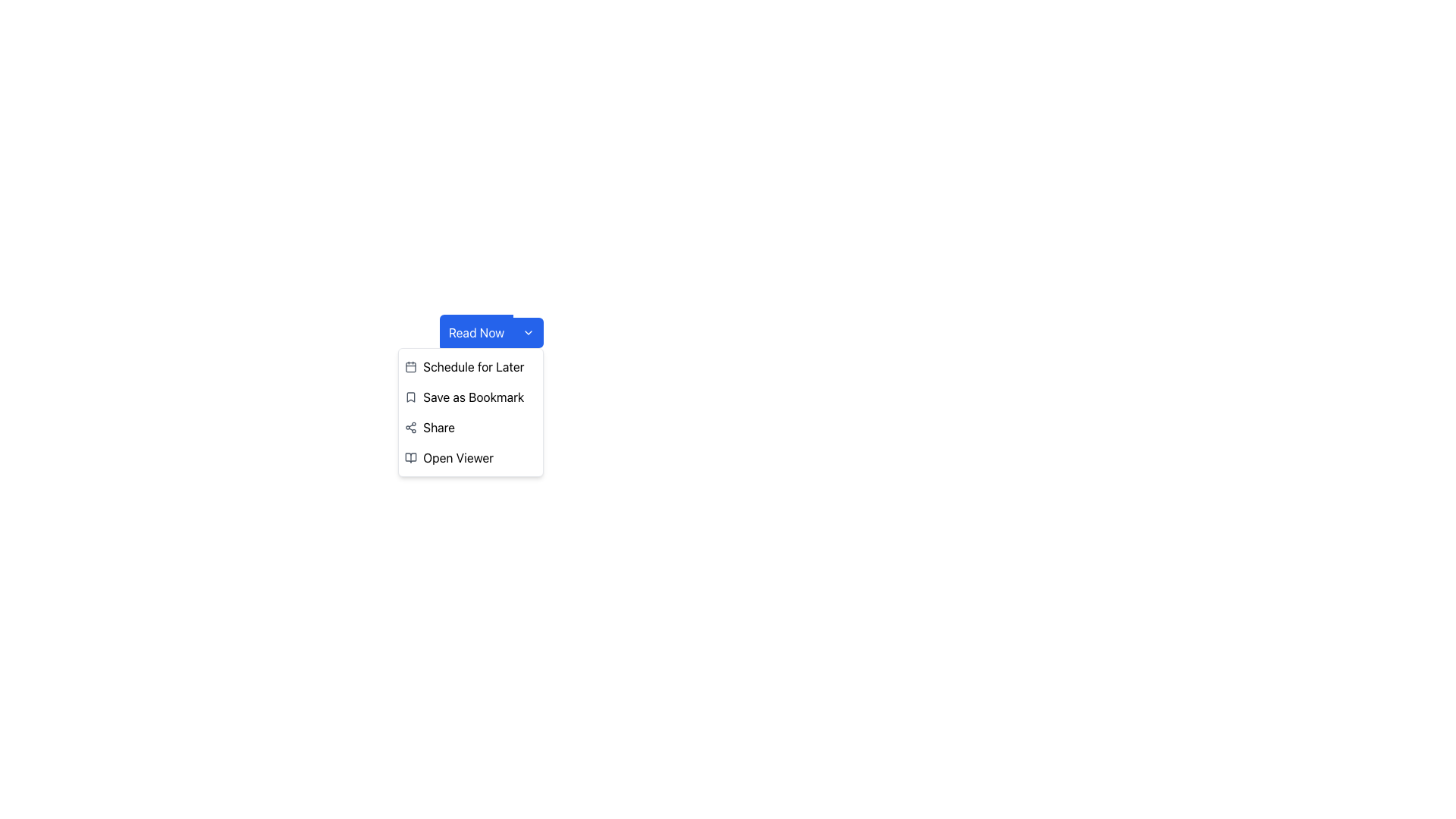 This screenshot has width=1456, height=819. I want to click on the rectangular graphical component with rounded corners that forms part of the calendar icon, located to the left of the text 'Schedule for Later', so click(411, 367).